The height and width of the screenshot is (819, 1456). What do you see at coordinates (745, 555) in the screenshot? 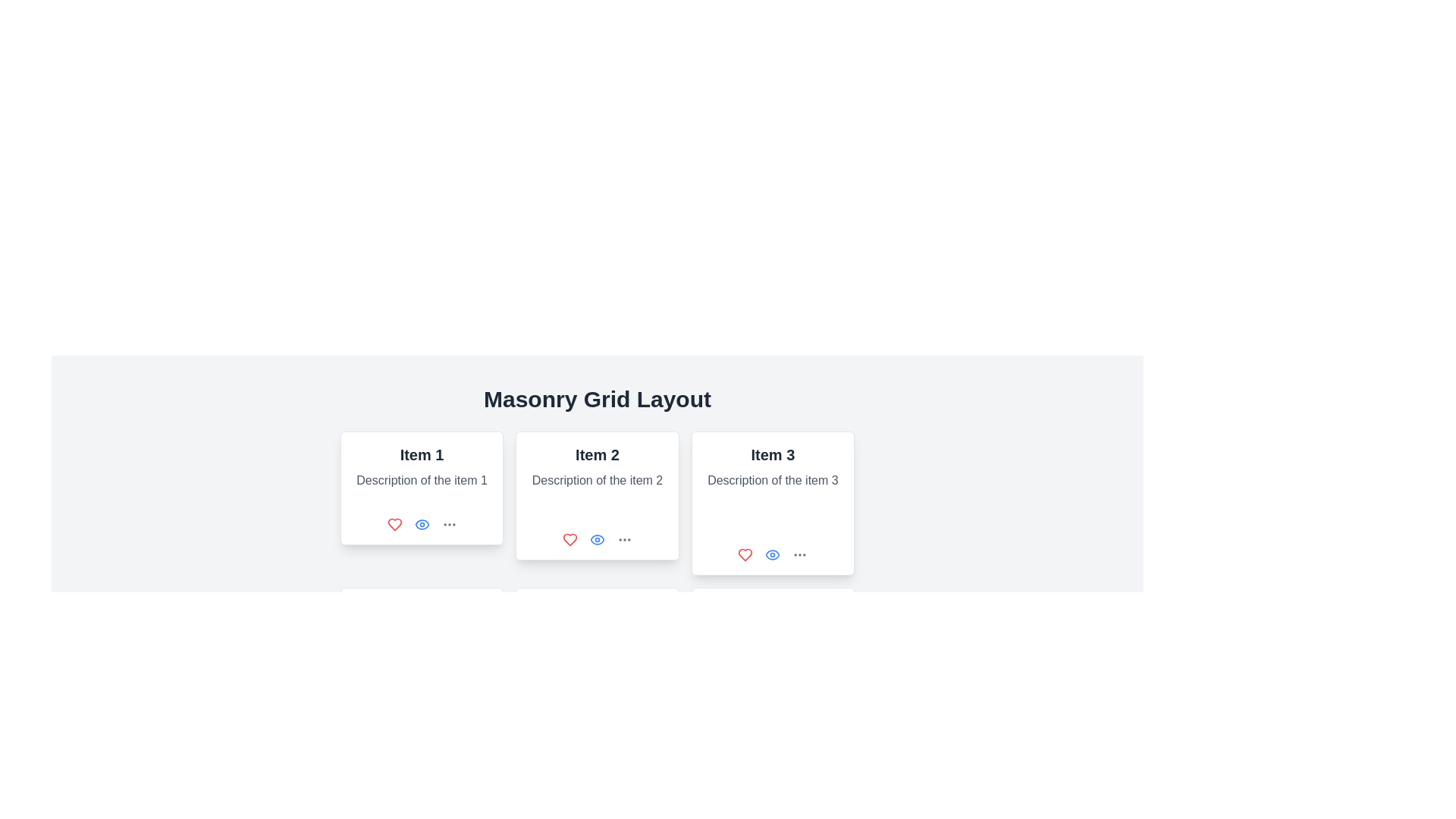
I see `the heart icon button in the bottom action row of the 'Item 3' card` at bounding box center [745, 555].